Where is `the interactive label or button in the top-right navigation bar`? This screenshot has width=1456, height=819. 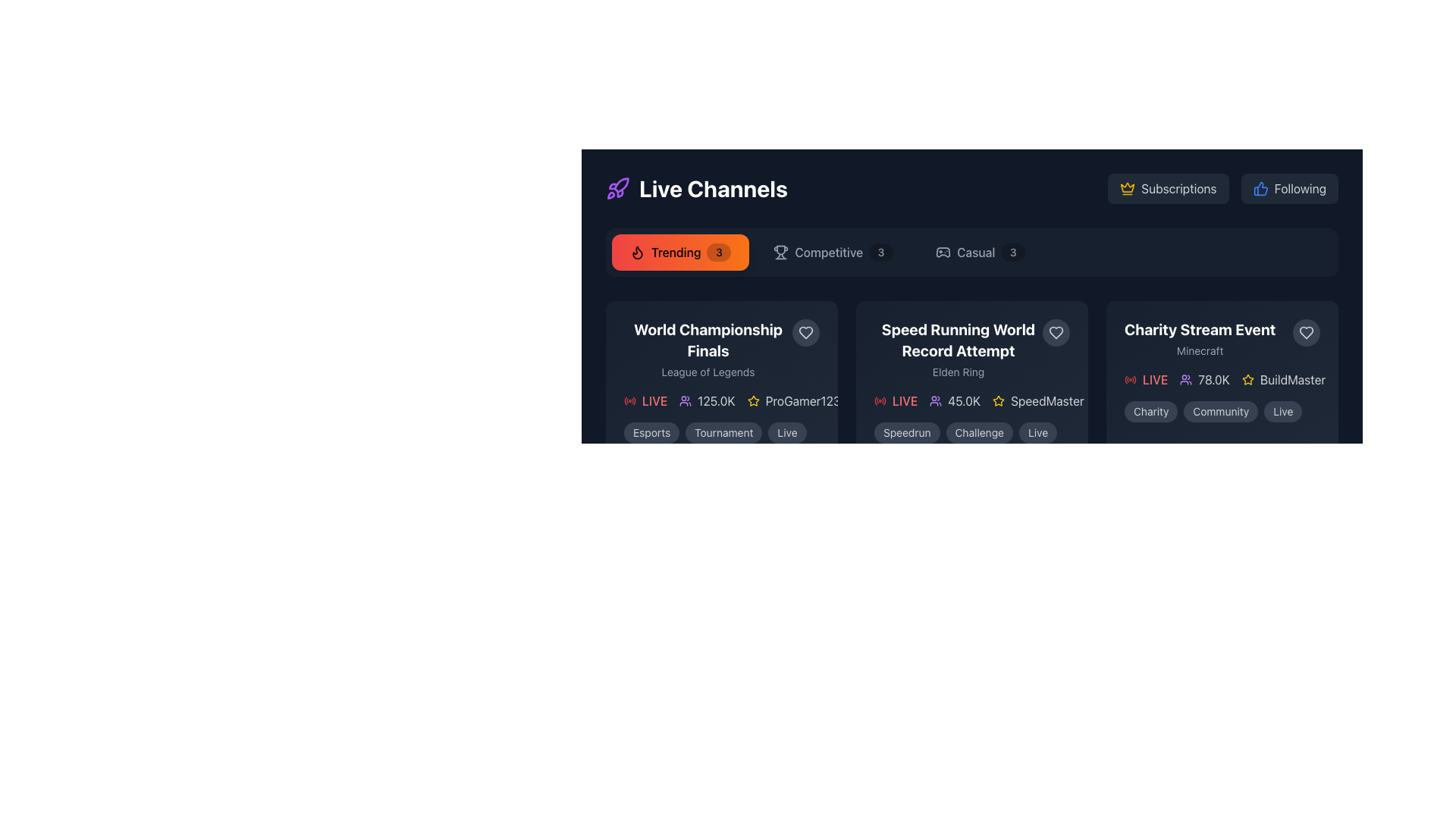
the interactive label or button in the top-right navigation bar is located at coordinates (1178, 188).